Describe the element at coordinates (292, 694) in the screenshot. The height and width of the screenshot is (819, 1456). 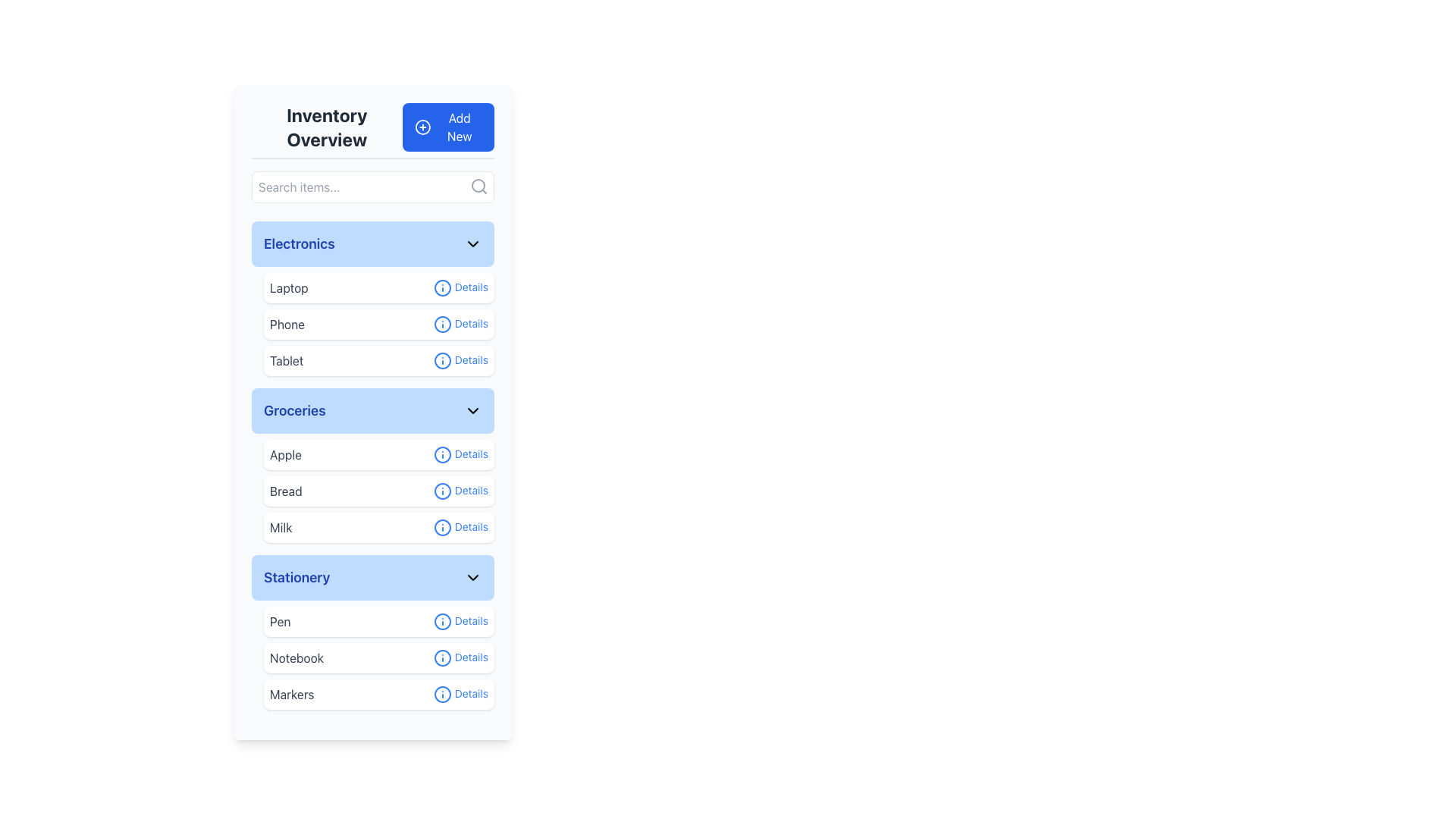
I see `the non-interactive text label for 'Markers', which is the first left-aligned text element in a white rounded box under the Stationery category` at that location.